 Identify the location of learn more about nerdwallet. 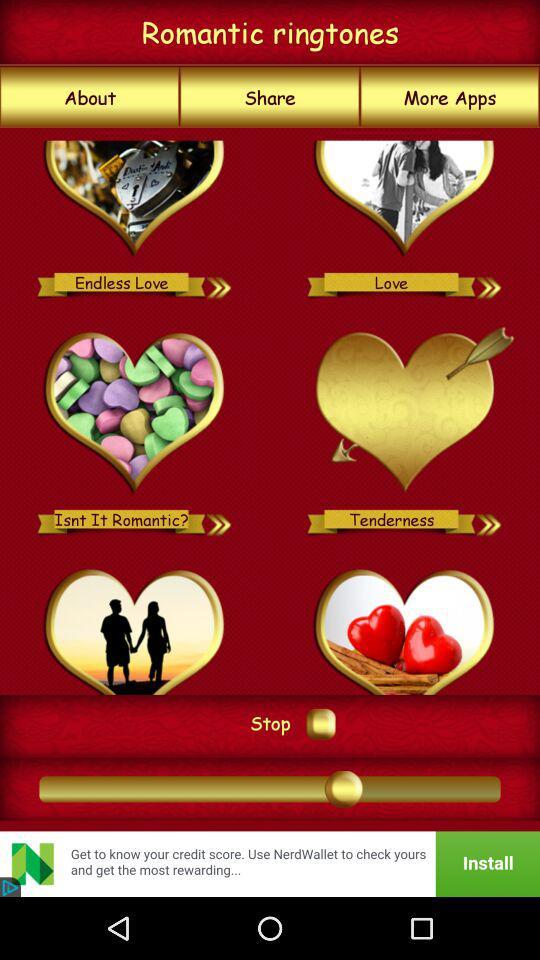
(270, 863).